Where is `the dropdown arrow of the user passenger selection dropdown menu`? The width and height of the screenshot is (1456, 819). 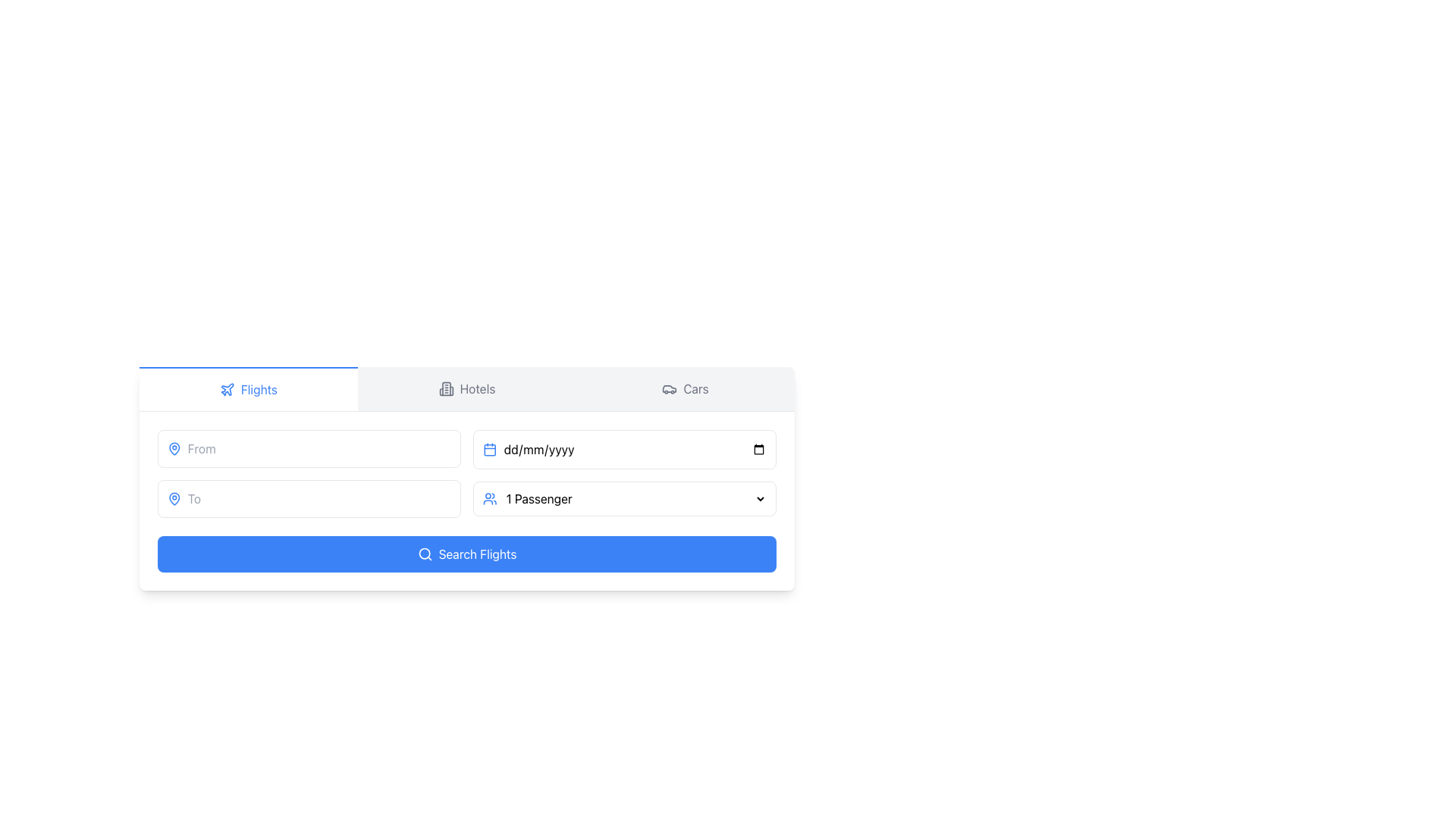 the dropdown arrow of the user passenger selection dropdown menu is located at coordinates (625, 499).